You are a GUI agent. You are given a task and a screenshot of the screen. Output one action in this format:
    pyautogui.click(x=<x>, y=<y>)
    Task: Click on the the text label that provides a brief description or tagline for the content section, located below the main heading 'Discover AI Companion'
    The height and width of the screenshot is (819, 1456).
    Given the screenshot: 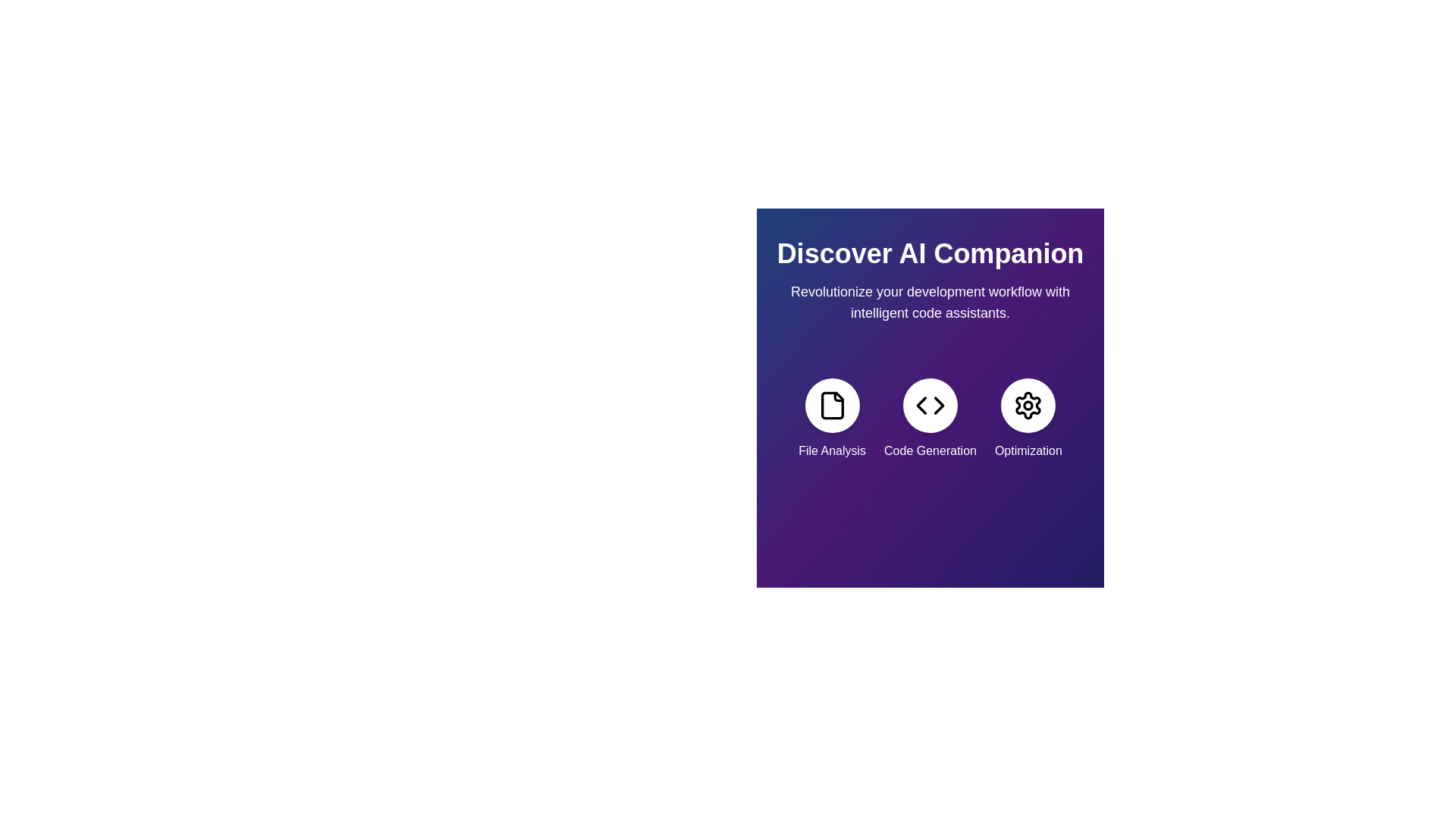 What is the action you would take?
    pyautogui.click(x=930, y=302)
    